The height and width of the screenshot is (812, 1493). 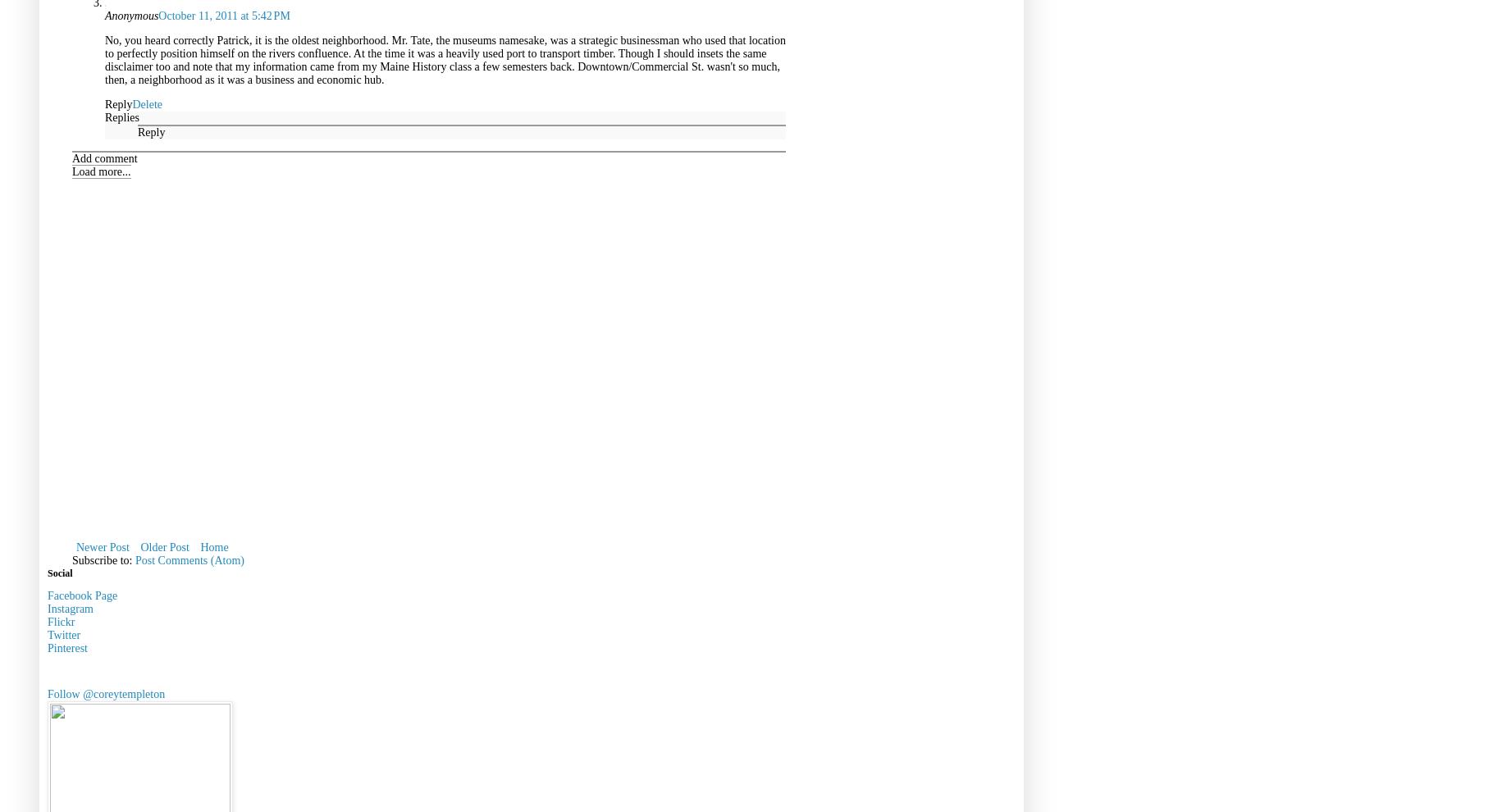 What do you see at coordinates (82, 594) in the screenshot?
I see `'Facebook Page'` at bounding box center [82, 594].